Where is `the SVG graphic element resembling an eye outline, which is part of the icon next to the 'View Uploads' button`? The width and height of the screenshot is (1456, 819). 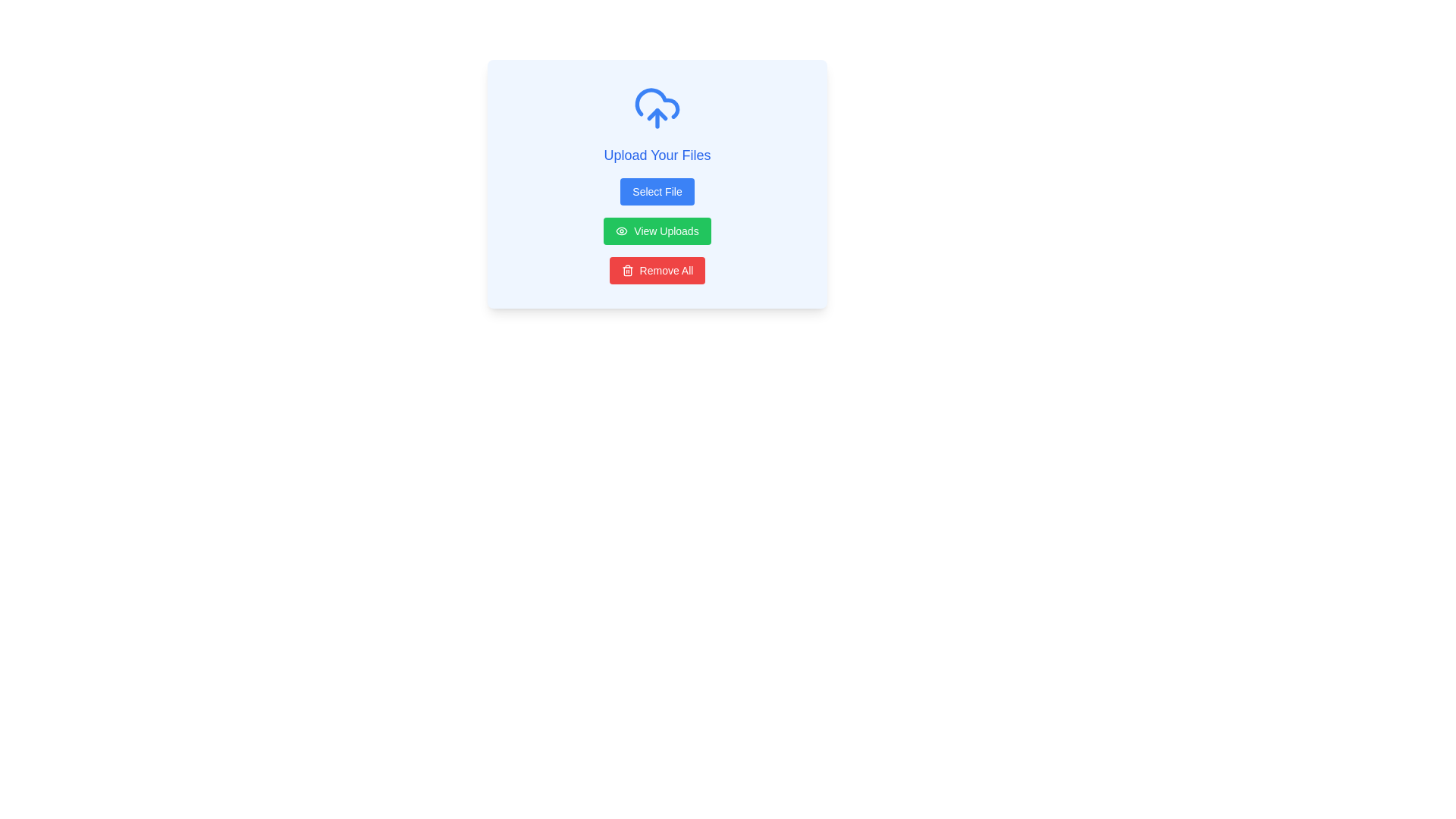
the SVG graphic element resembling an eye outline, which is part of the icon next to the 'View Uploads' button is located at coordinates (622, 231).